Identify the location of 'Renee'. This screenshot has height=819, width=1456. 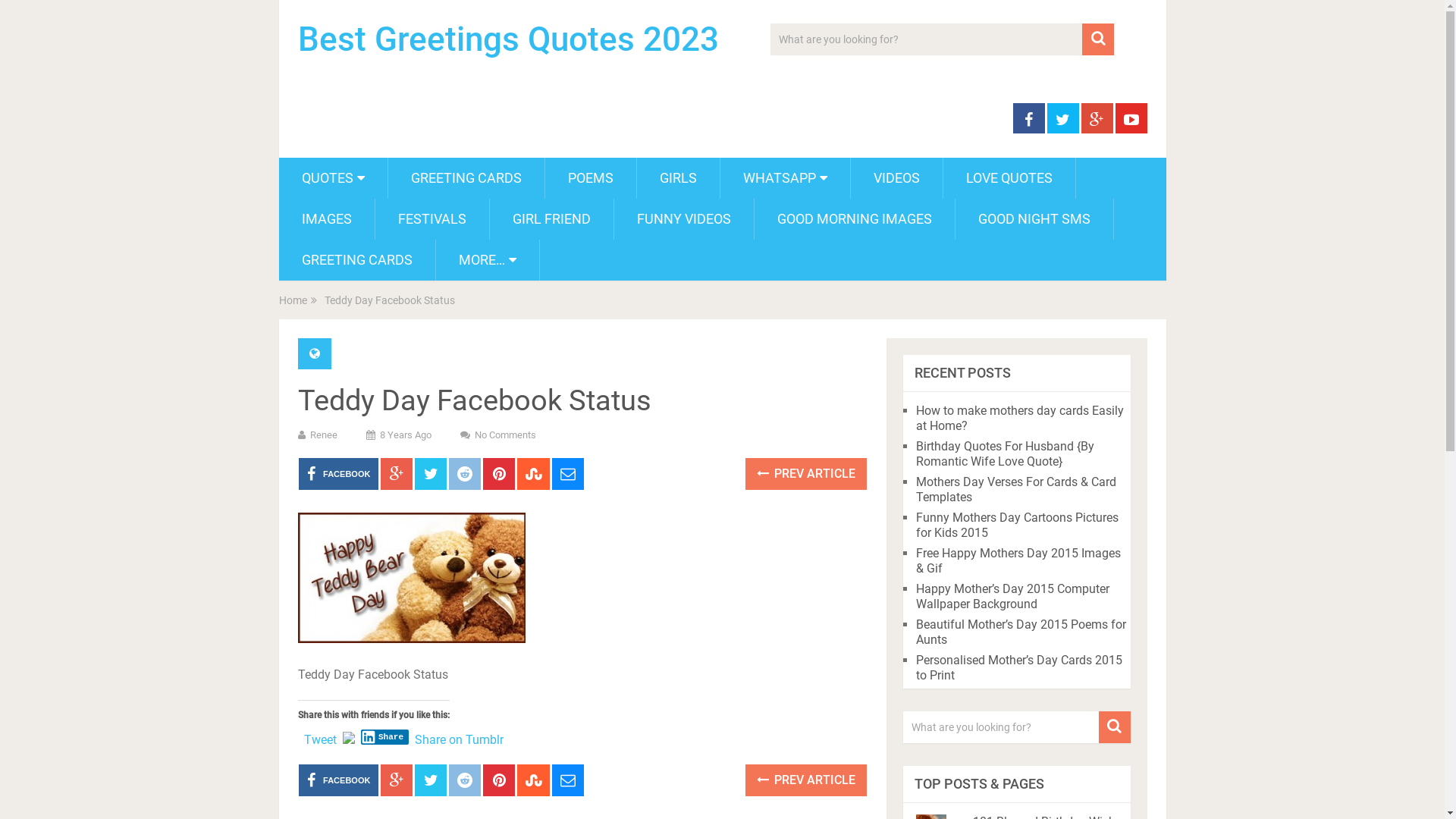
(322, 435).